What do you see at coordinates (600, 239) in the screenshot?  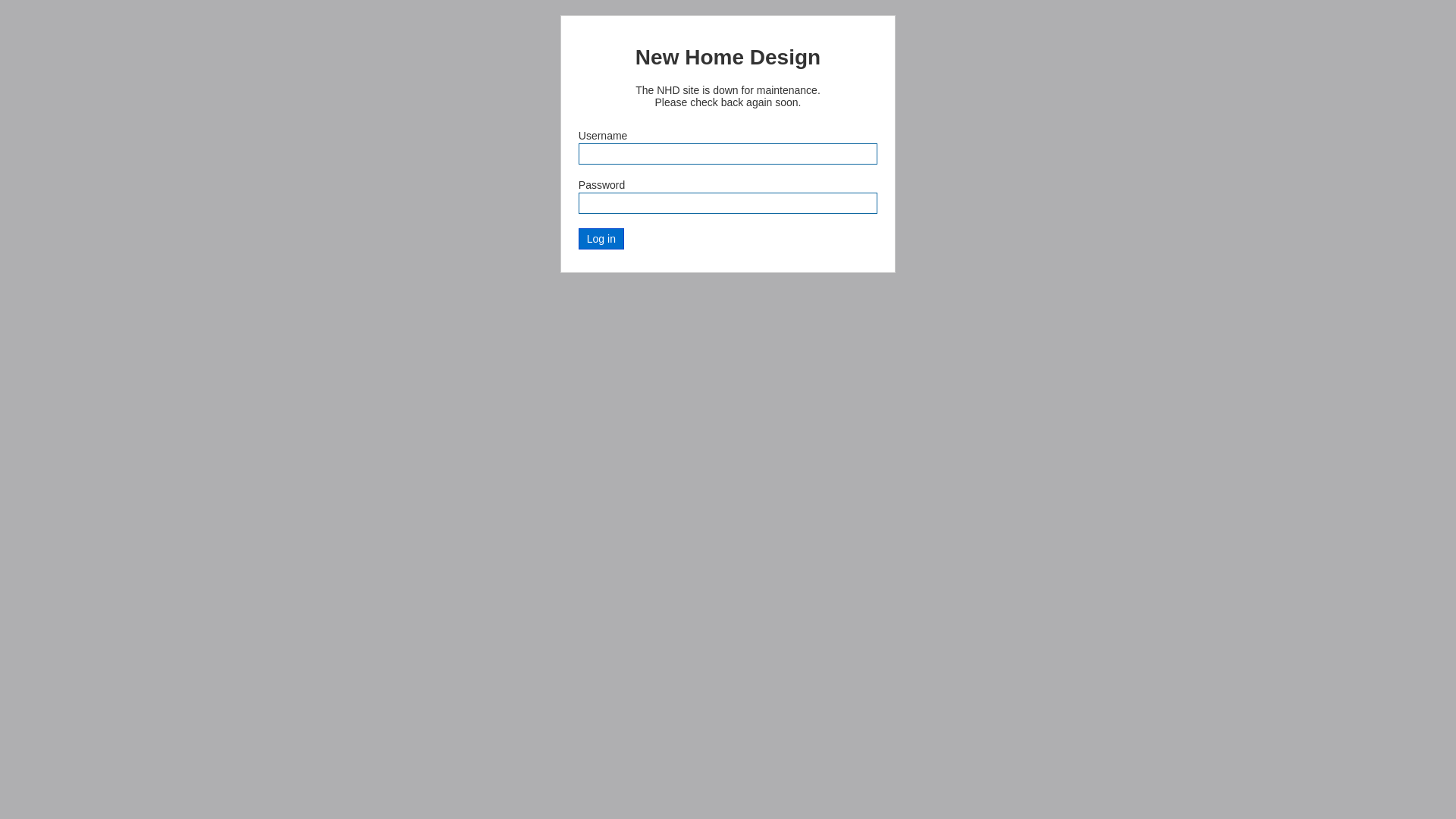 I see `'Log in'` at bounding box center [600, 239].